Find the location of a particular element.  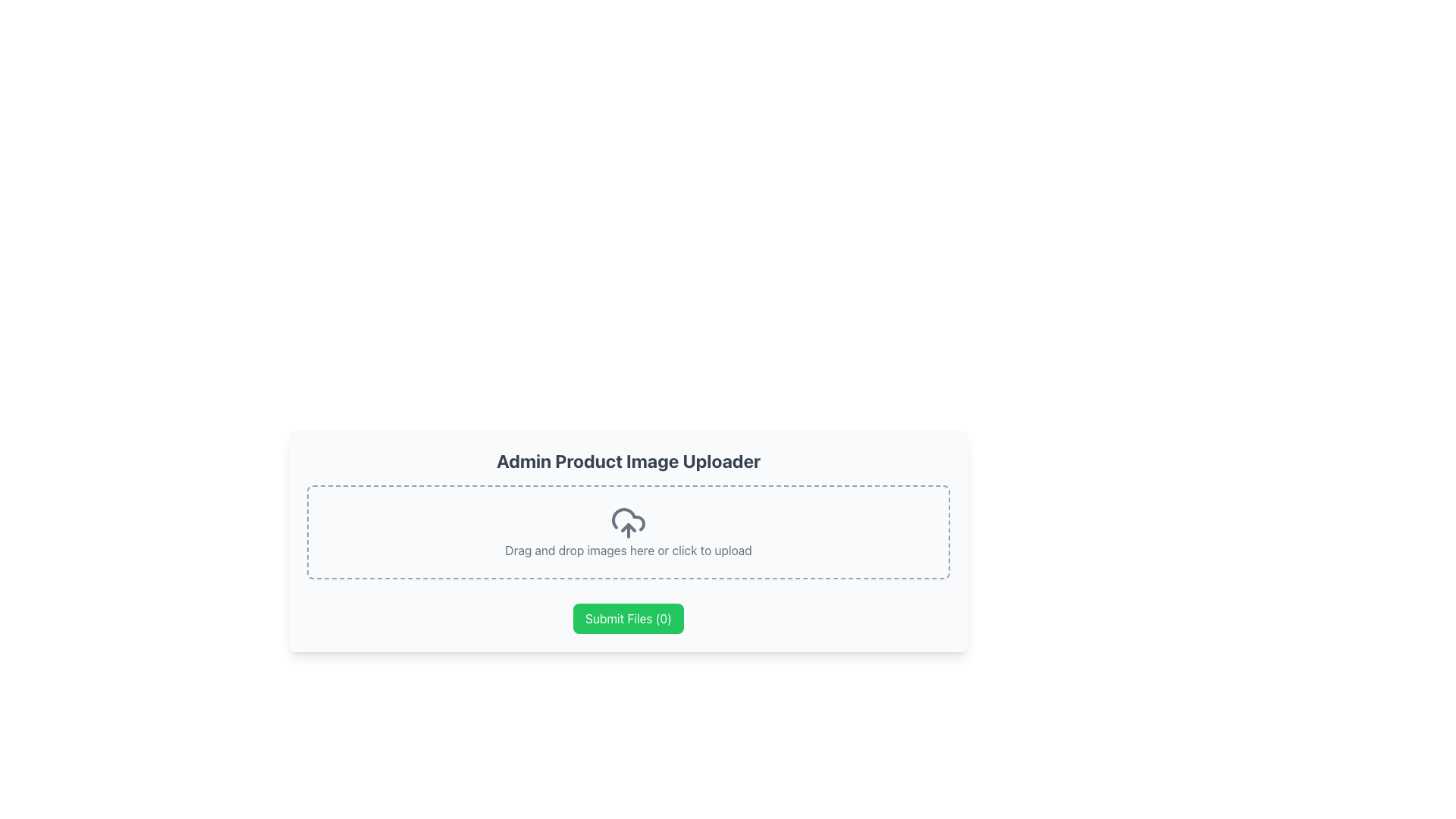

the header text element that reads 'Admin Product Image Uploader', which is styled in bold and large font, colored in dark gray, and positioned at the upper part of the content card is located at coordinates (629, 460).